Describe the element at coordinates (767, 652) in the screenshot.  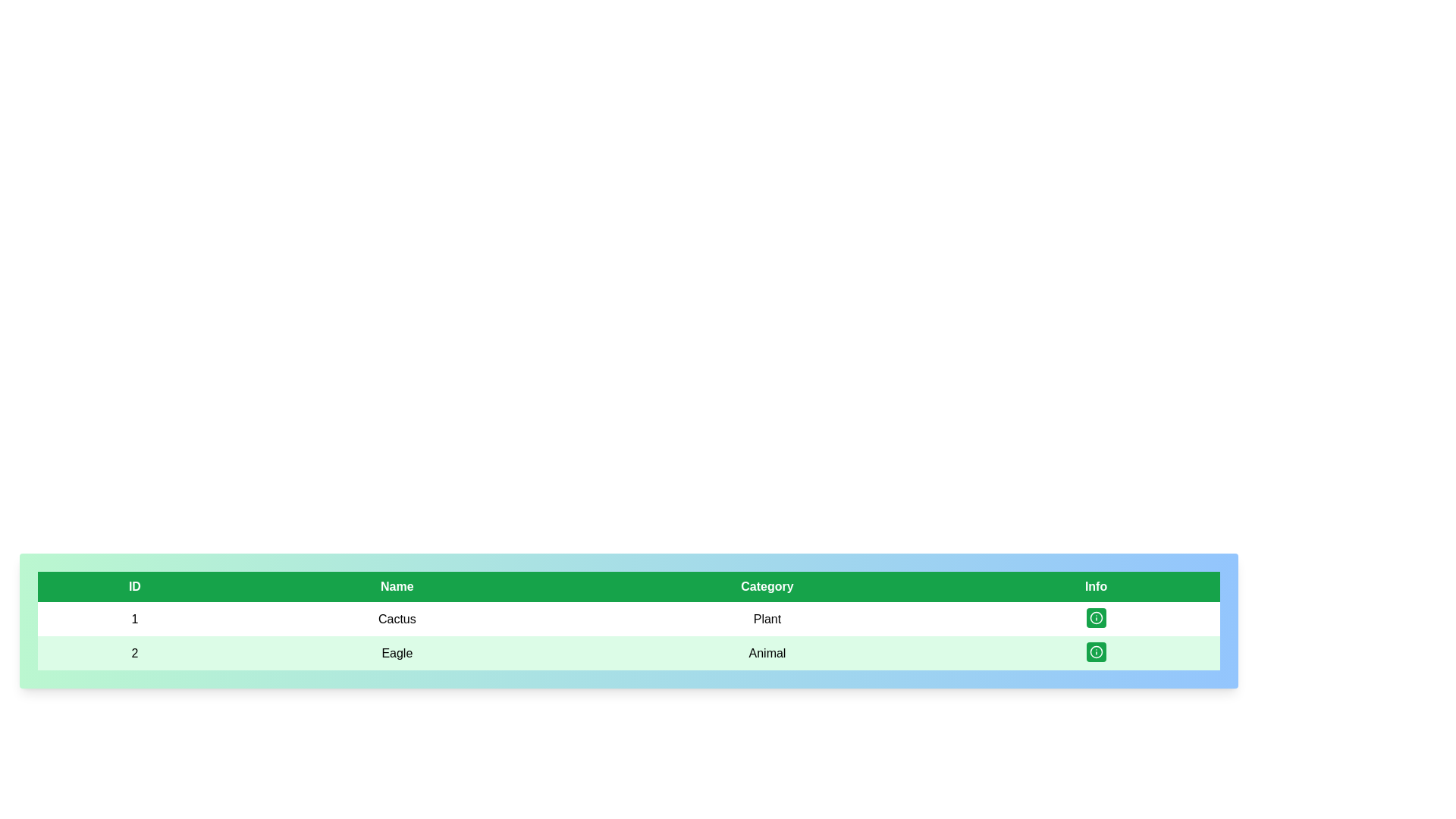
I see `the text label displaying 'Animal' with center-aligned black text in a light mint green background, located in the third position of a table row under the 'Category' column for entry ID '2'` at that location.